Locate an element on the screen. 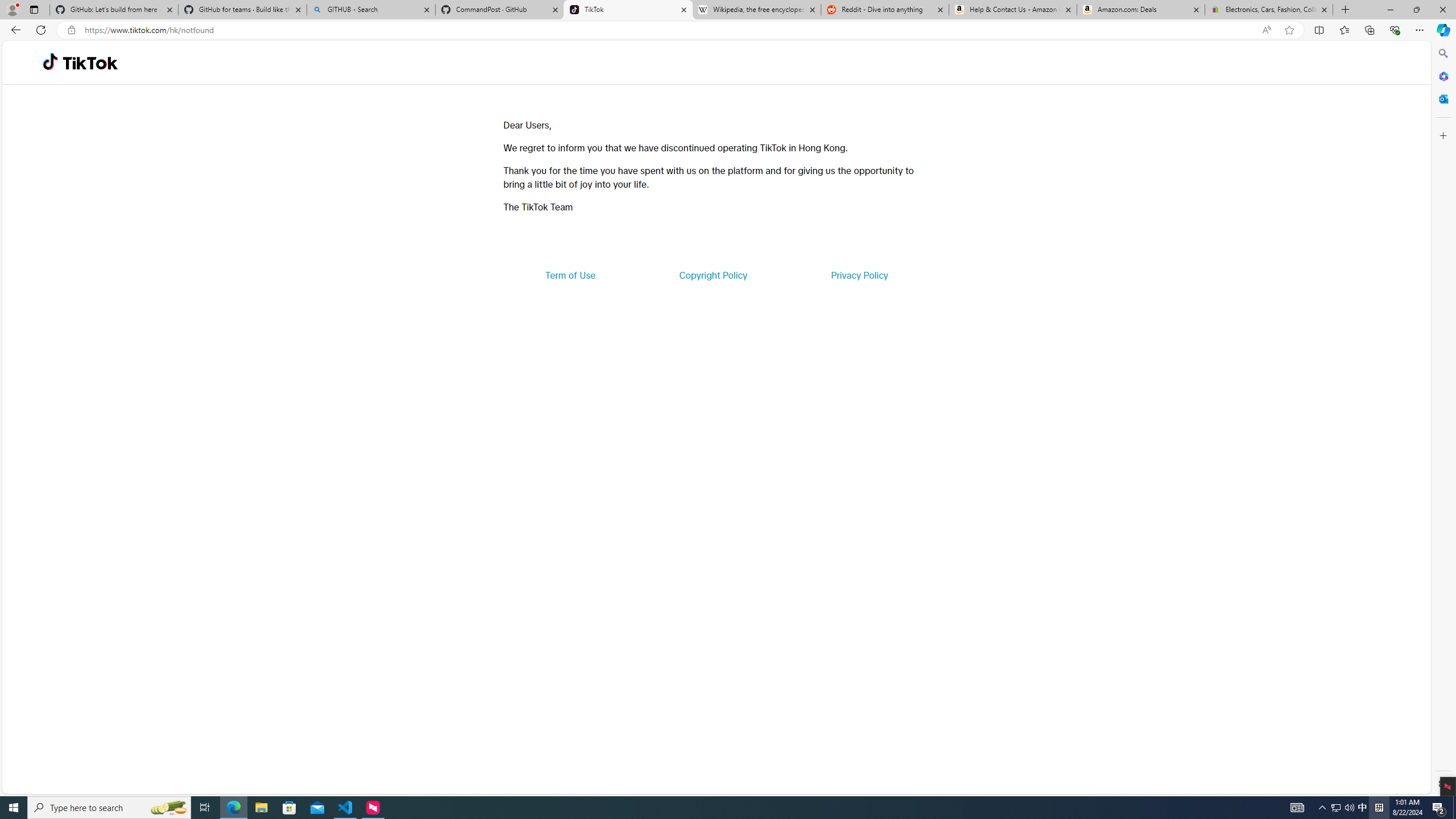 The height and width of the screenshot is (819, 1456). 'GITHUB - Search' is located at coordinates (370, 9).